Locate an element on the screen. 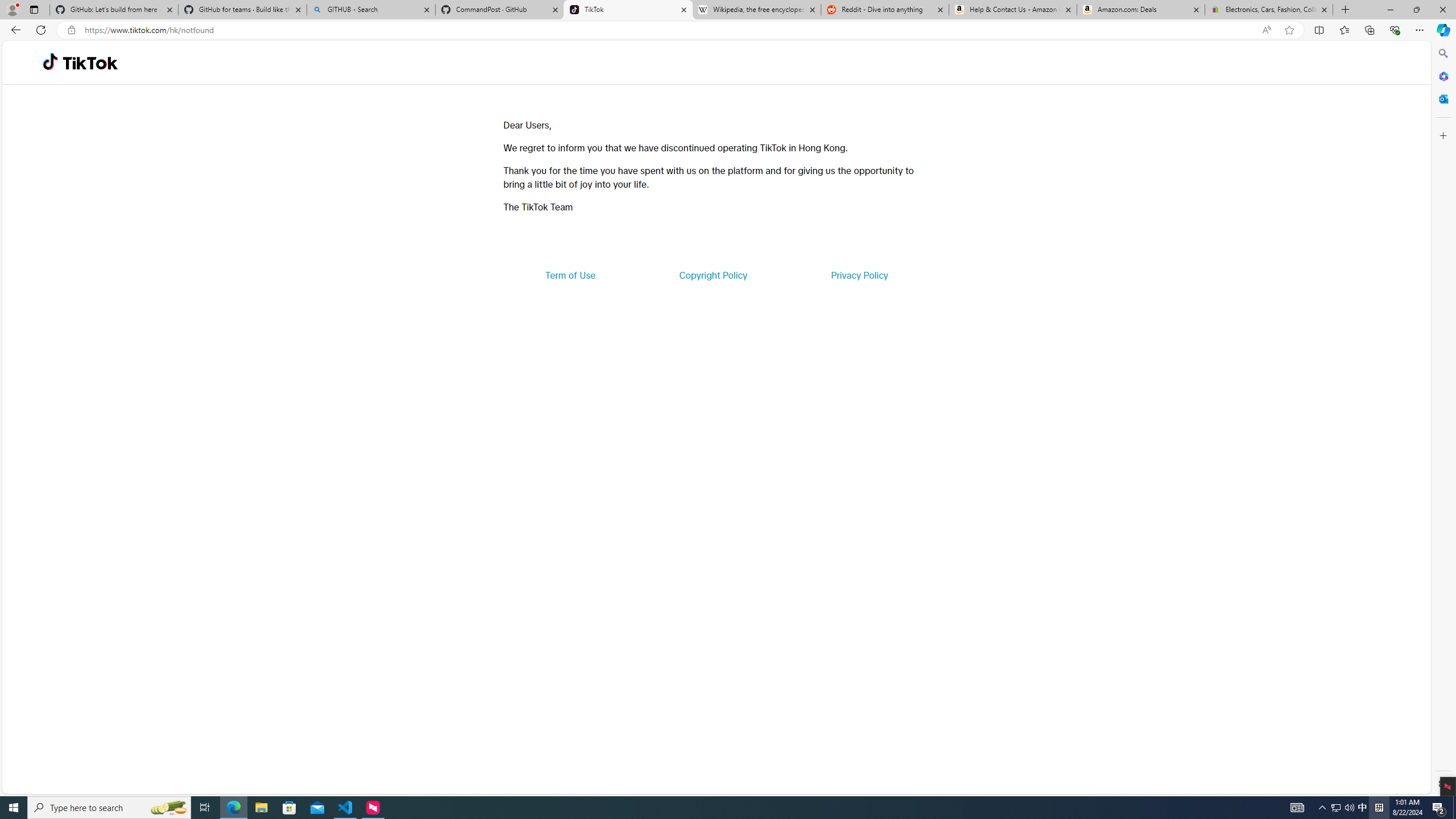 The height and width of the screenshot is (819, 1456). 'GITHUB - Search' is located at coordinates (370, 9).